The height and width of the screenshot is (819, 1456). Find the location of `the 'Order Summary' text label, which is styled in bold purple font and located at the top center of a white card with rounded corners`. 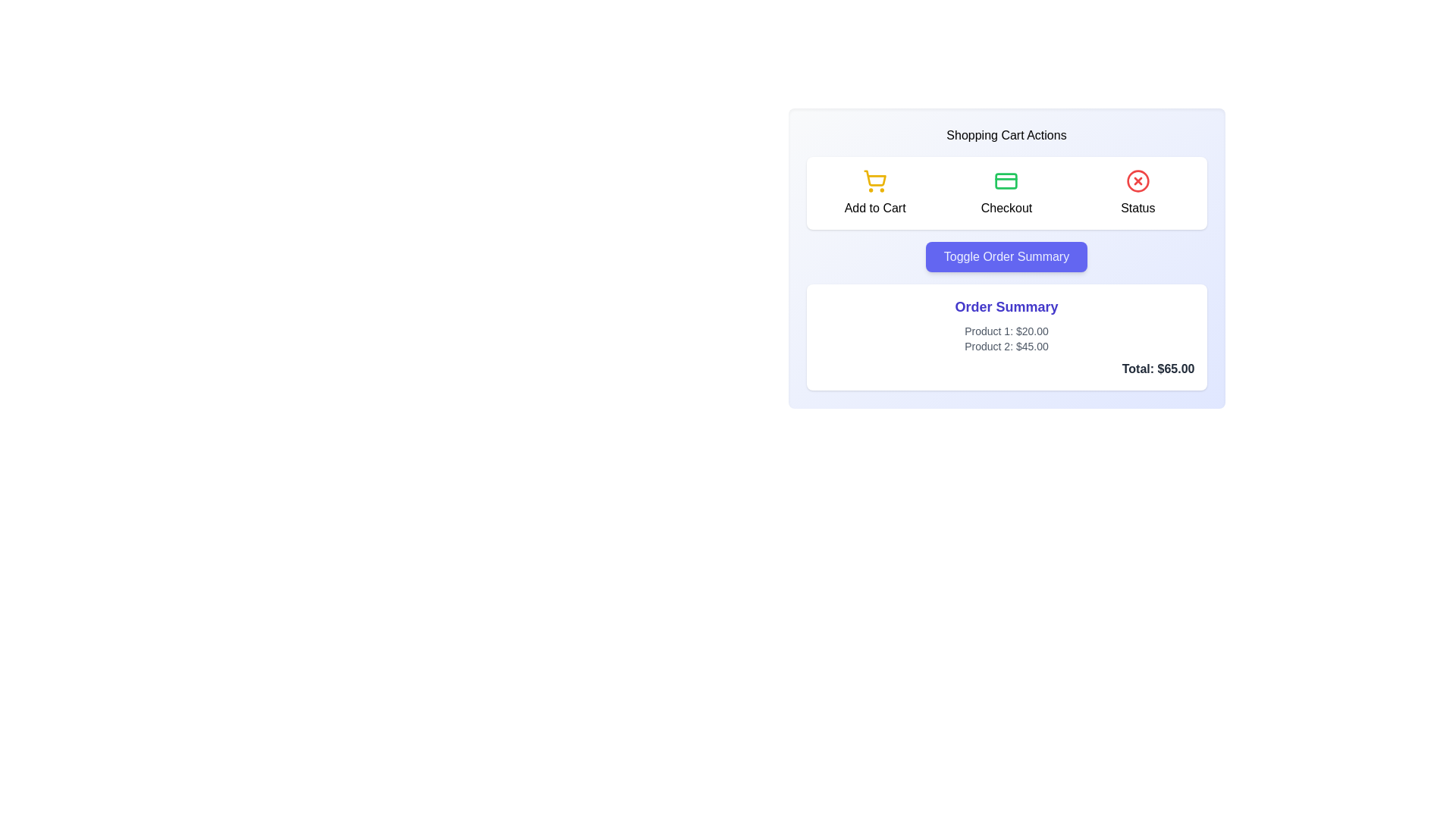

the 'Order Summary' text label, which is styled in bold purple font and located at the top center of a white card with rounded corners is located at coordinates (1006, 307).